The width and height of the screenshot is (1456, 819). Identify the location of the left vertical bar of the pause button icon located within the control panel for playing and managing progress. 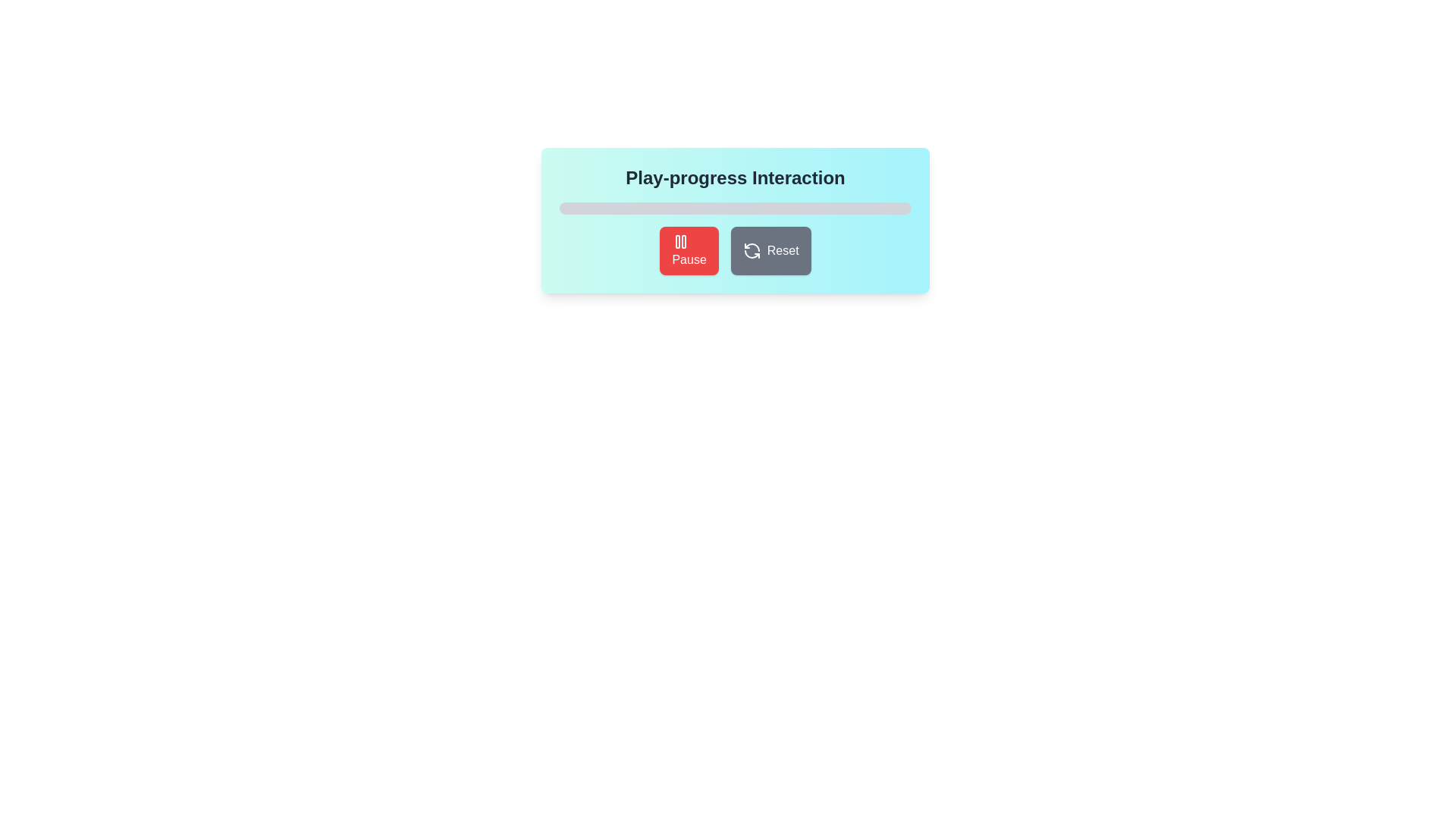
(677, 241).